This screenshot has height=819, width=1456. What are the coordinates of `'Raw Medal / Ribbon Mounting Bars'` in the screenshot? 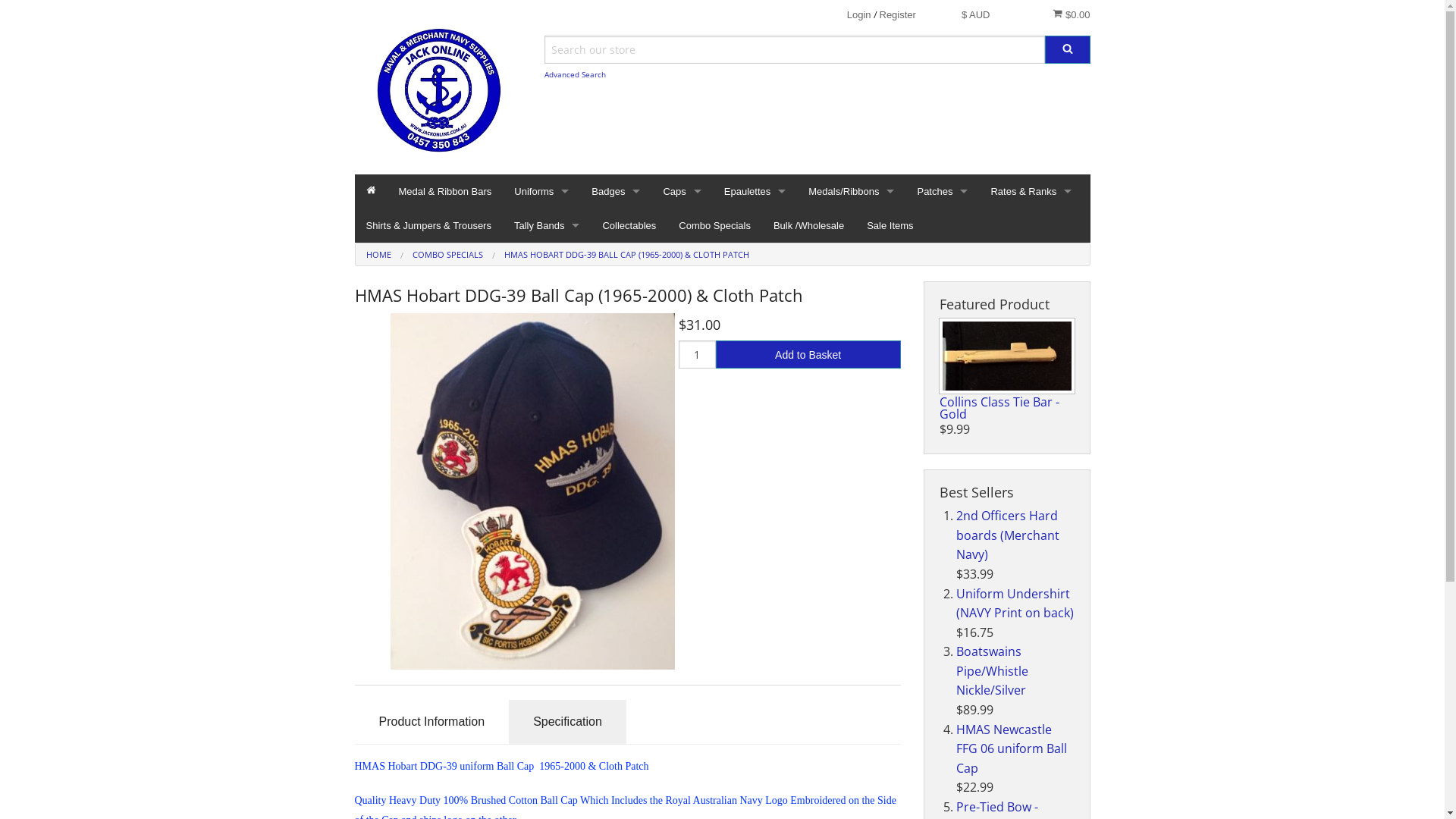 It's located at (851, 415).